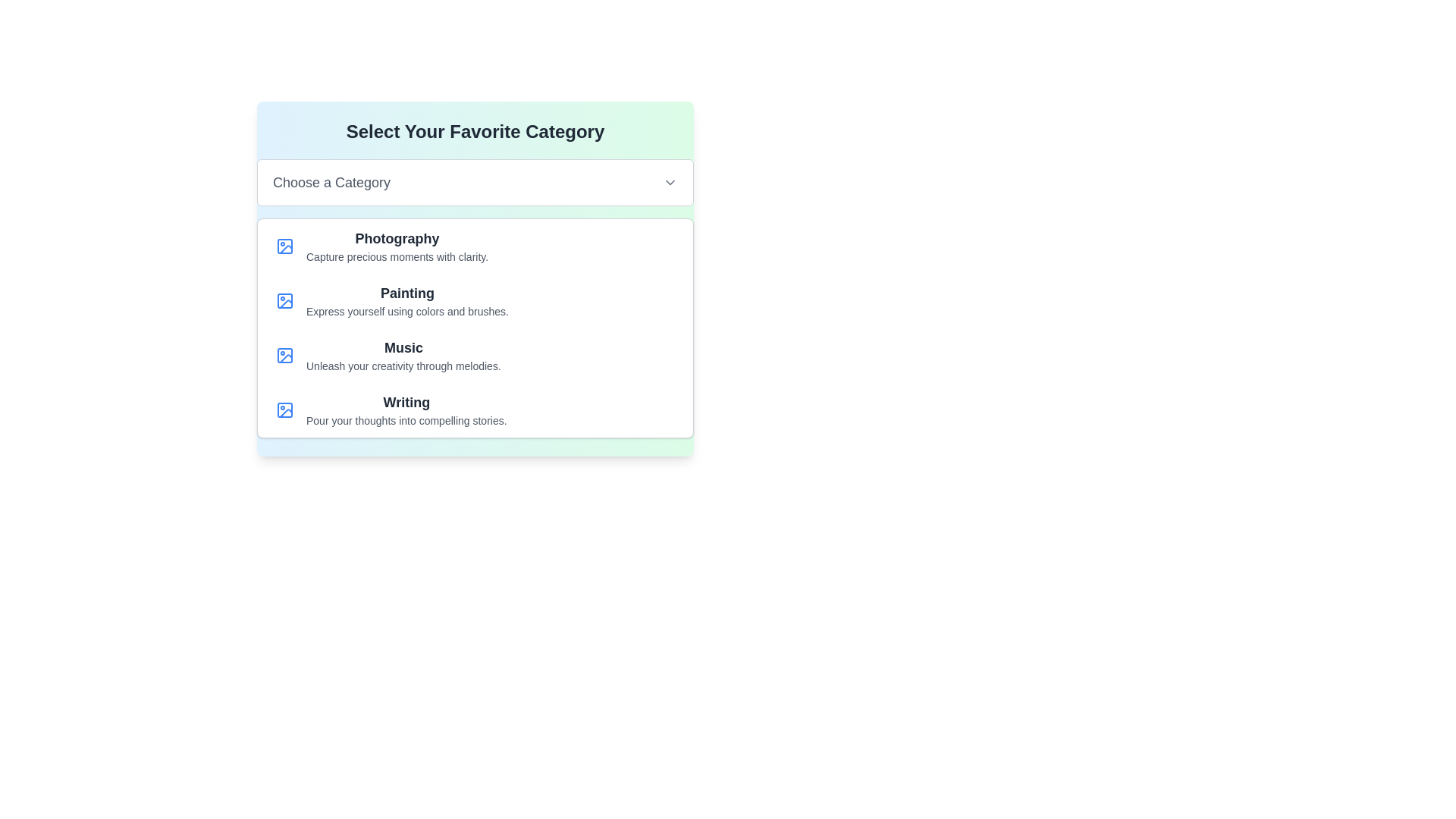  Describe the element at coordinates (397, 256) in the screenshot. I see `the informational text element that reads 'Capture precious moments with clarity', located underneath the 'Photography' heading in the top-left section of the list` at that location.